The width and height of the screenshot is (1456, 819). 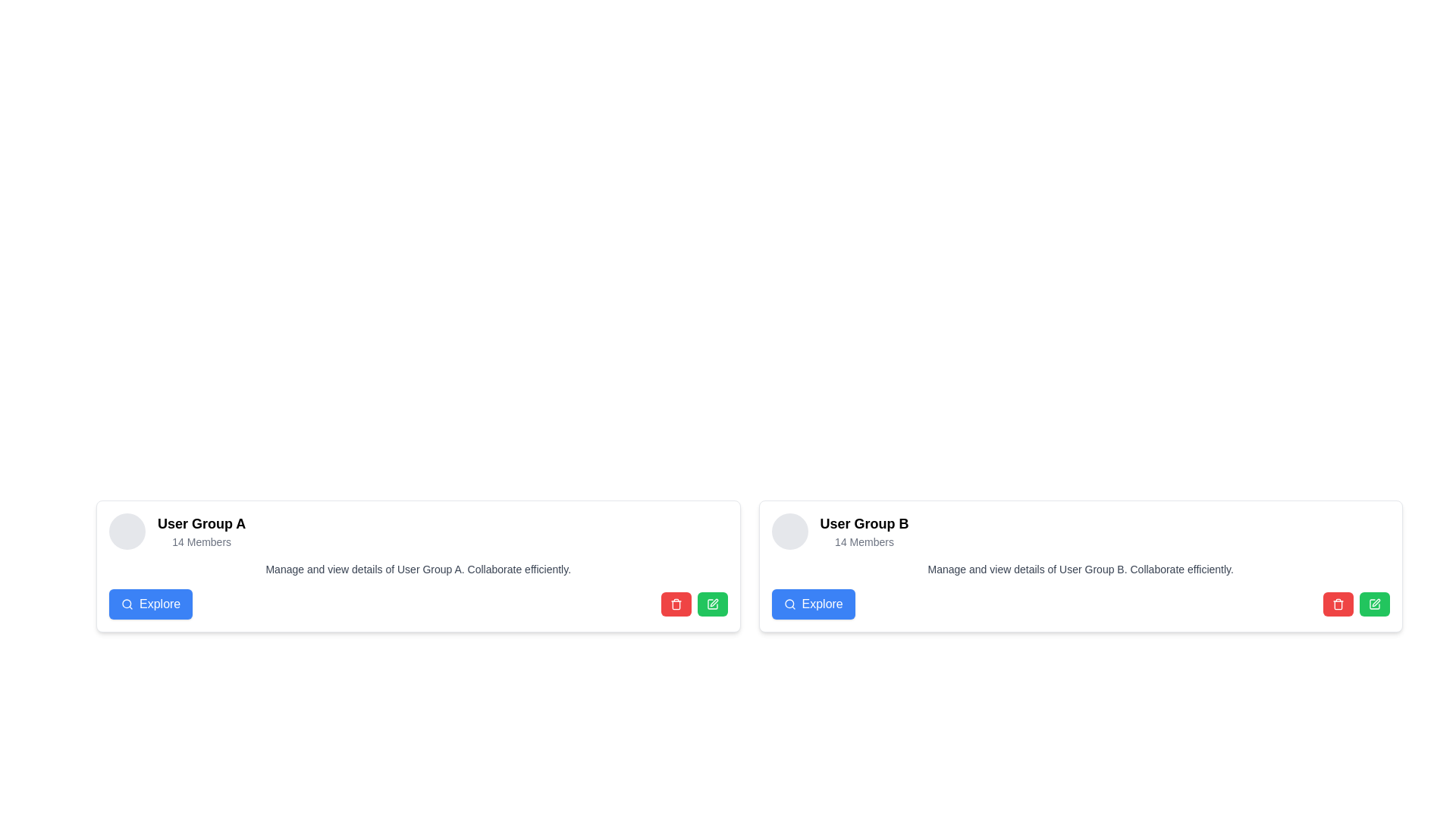 What do you see at coordinates (151, 604) in the screenshot?
I see `the blue rectangular button labeled 'Explore' with a search icon, located in the lower left area of the 'User Group A' card` at bounding box center [151, 604].